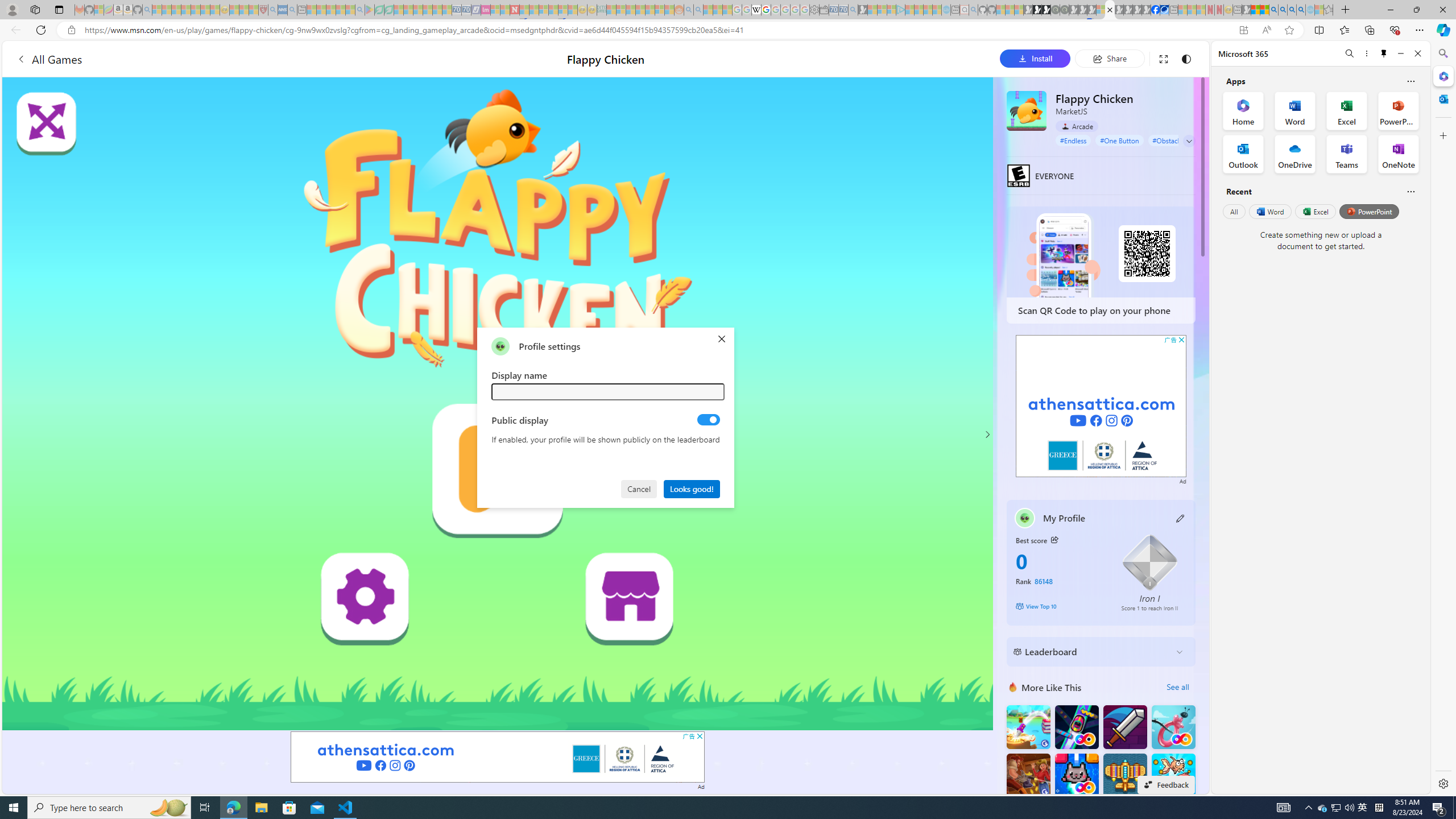 The image size is (1456, 819). Describe the element at coordinates (1076, 126) in the screenshot. I see `'Arcade'` at that location.